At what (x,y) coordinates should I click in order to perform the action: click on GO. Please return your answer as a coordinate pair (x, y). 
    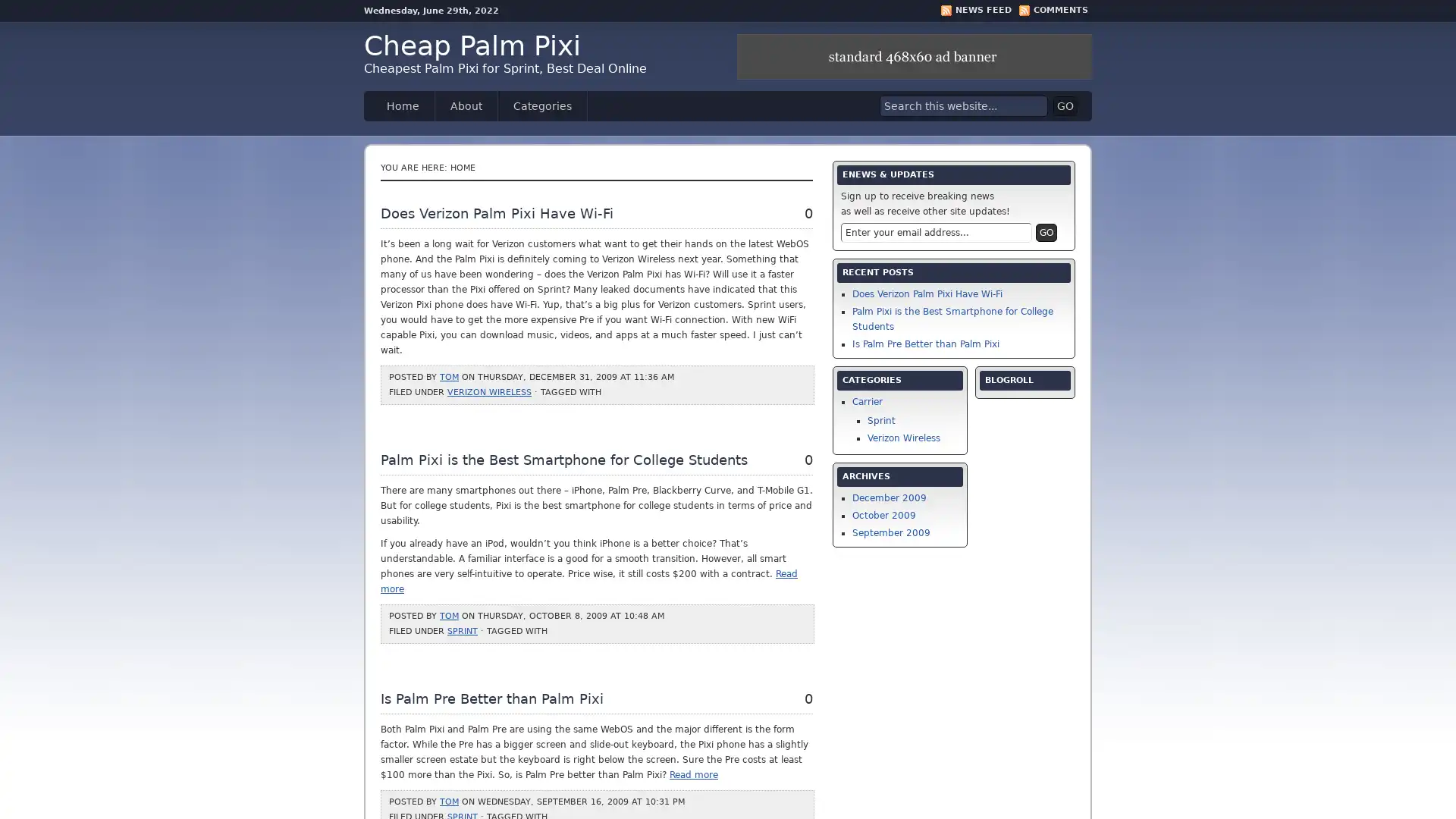
    Looking at the image, I should click on (1046, 233).